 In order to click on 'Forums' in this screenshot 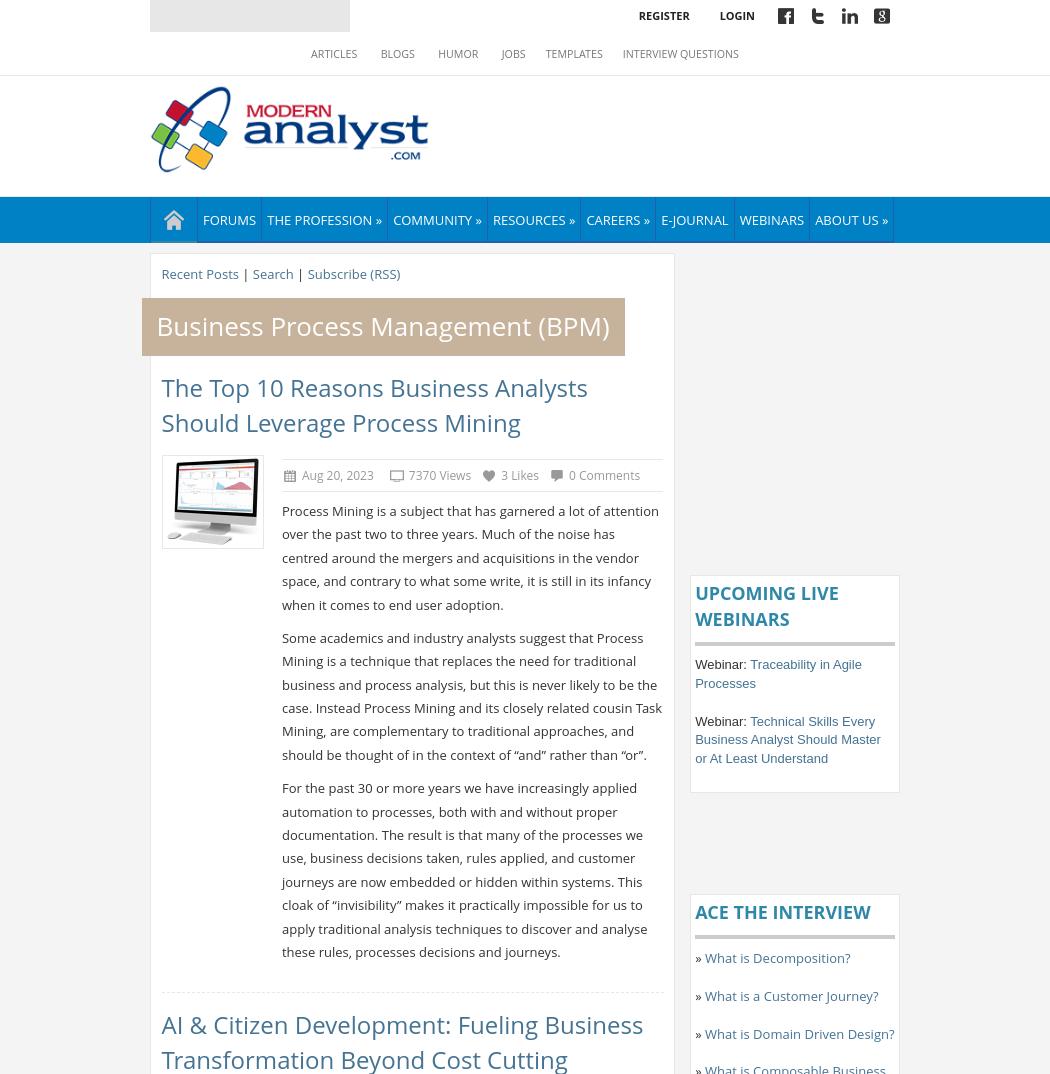, I will do `click(229, 218)`.